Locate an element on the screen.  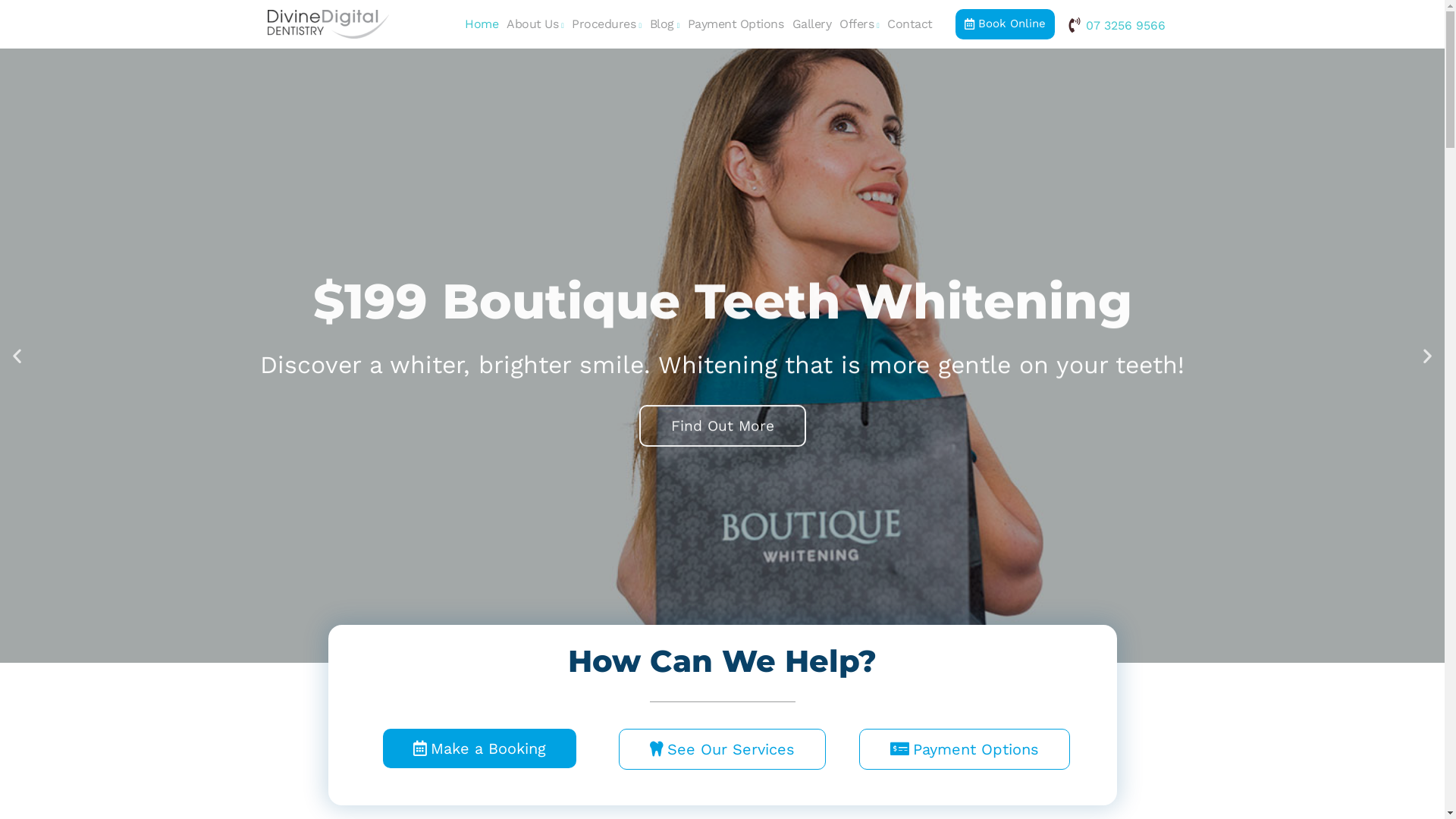
'About Us' is located at coordinates (535, 24).